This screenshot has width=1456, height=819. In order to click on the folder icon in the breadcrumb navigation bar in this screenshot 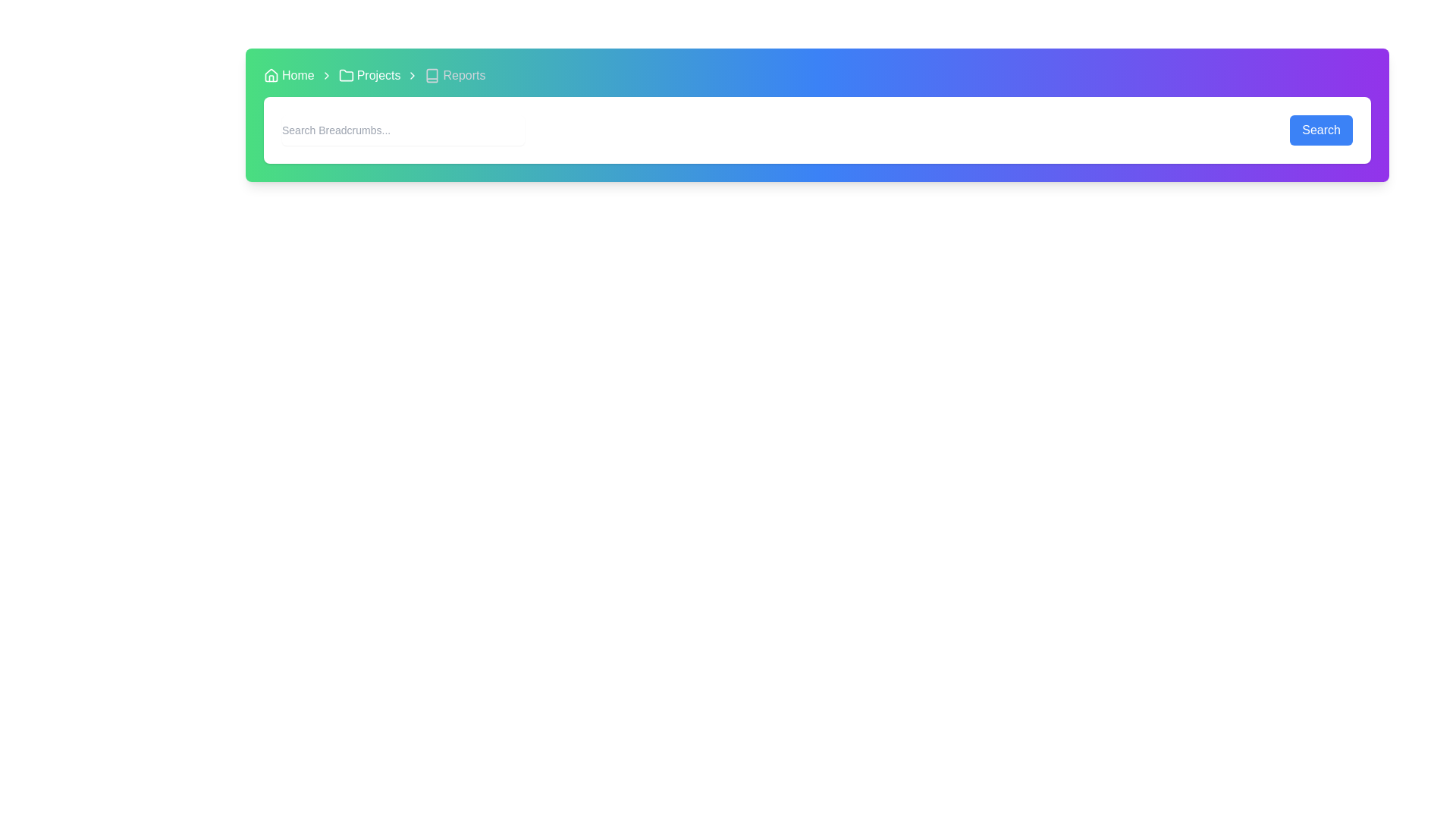, I will do `click(345, 75)`.